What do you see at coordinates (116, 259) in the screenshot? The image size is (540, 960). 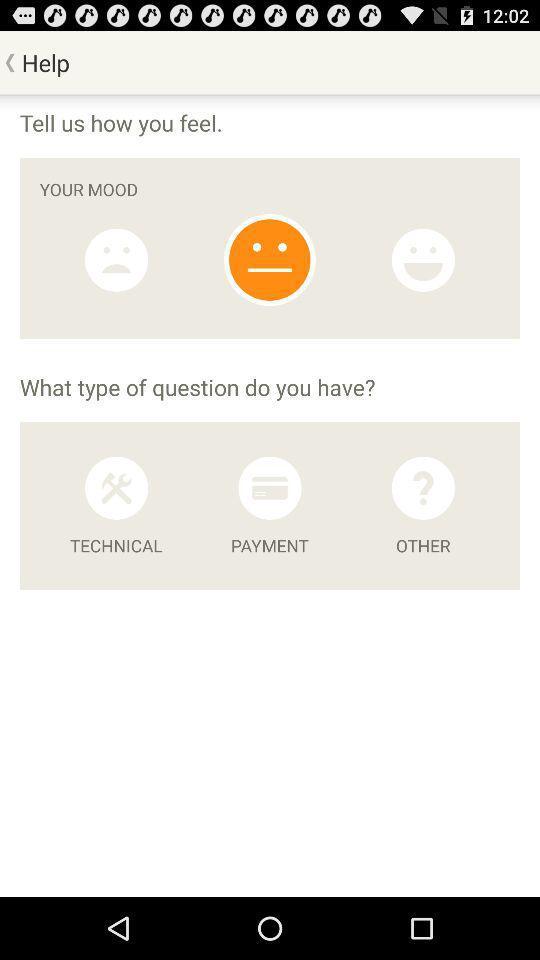 I see `sad mood` at bounding box center [116, 259].